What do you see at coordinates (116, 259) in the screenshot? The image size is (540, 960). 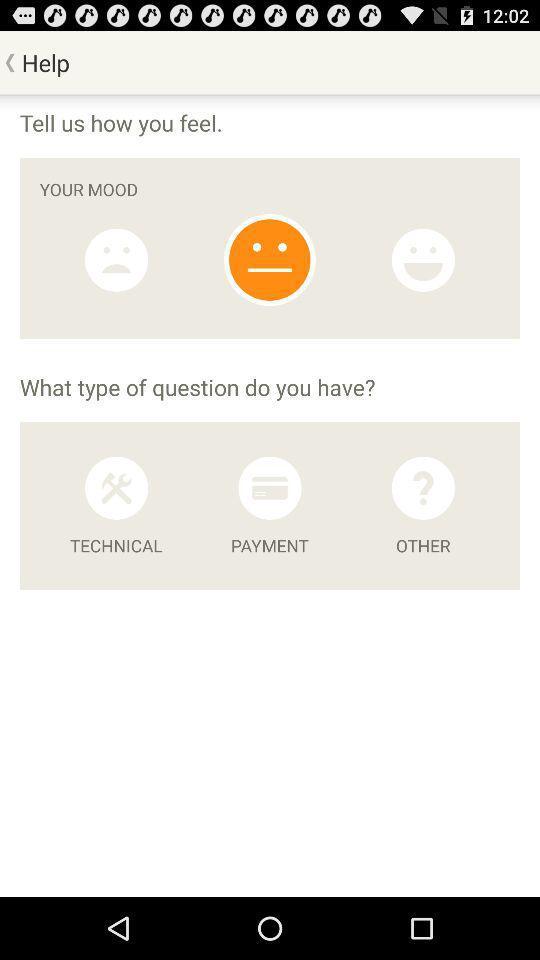 I see `sad mood` at bounding box center [116, 259].